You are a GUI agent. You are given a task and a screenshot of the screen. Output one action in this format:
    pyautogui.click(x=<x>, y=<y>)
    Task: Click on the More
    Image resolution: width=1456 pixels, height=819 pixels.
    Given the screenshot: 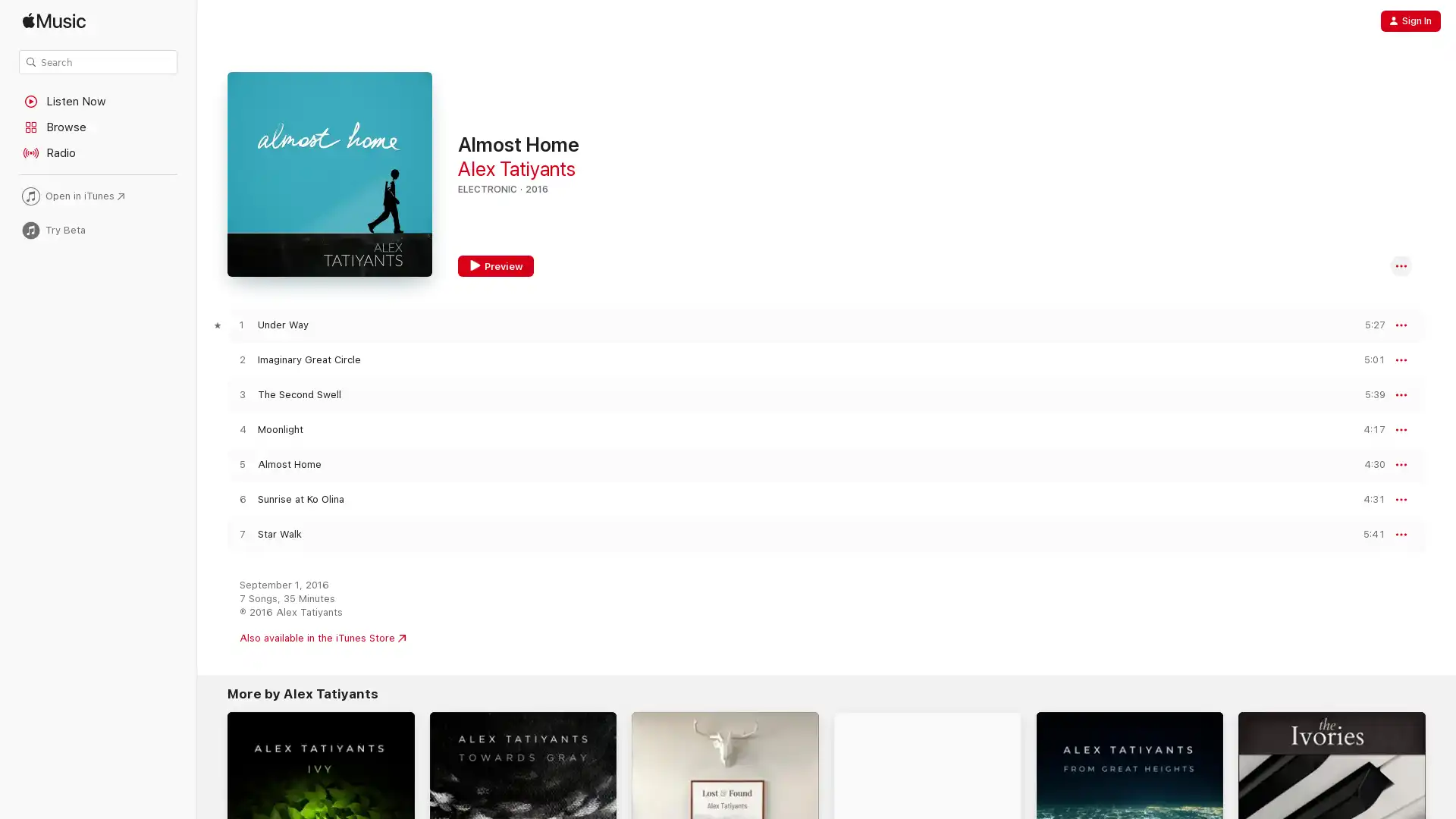 What is the action you would take?
    pyautogui.click(x=1401, y=534)
    